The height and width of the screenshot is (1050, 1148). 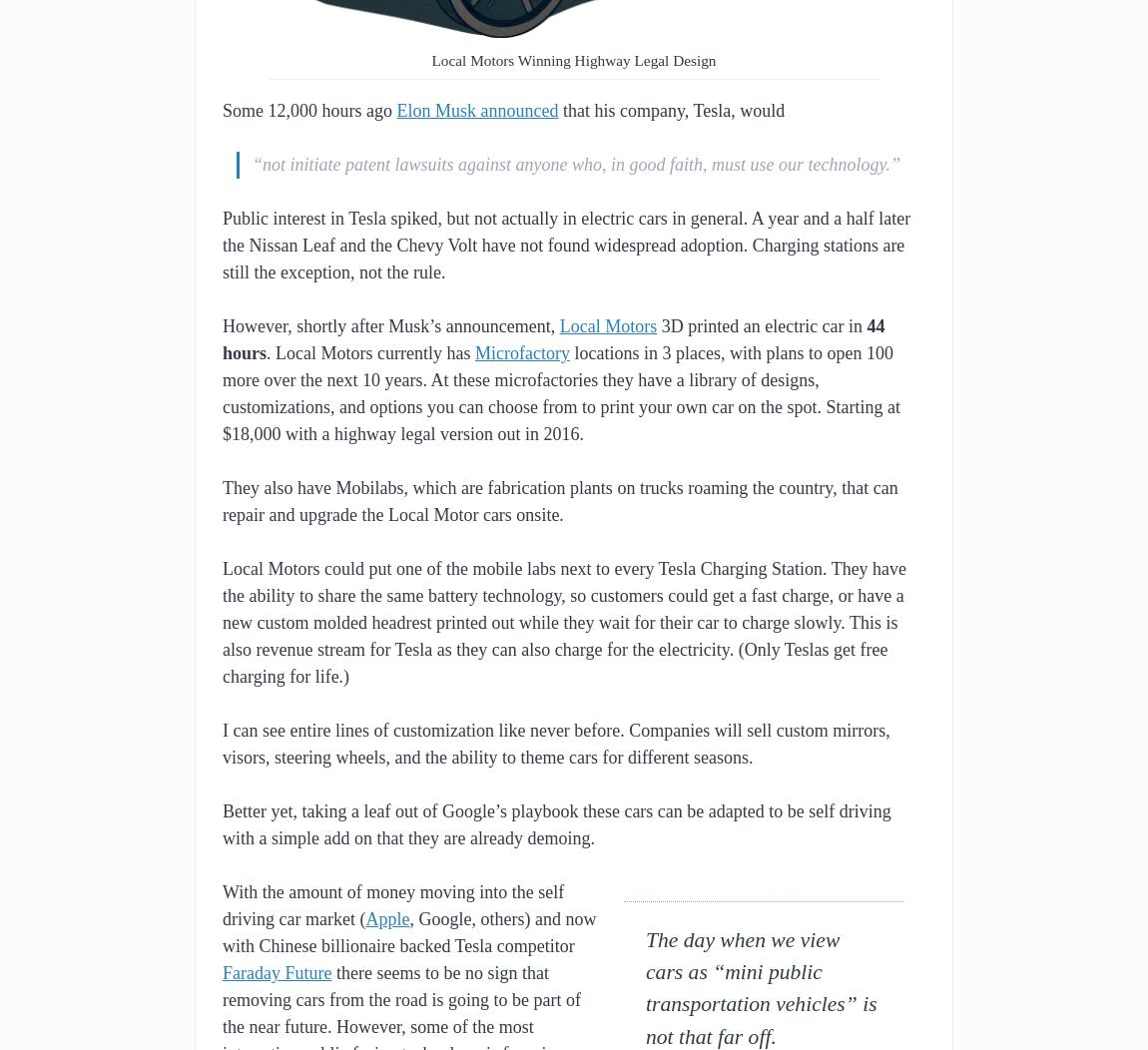 I want to click on 'Microfactory', so click(x=521, y=352).